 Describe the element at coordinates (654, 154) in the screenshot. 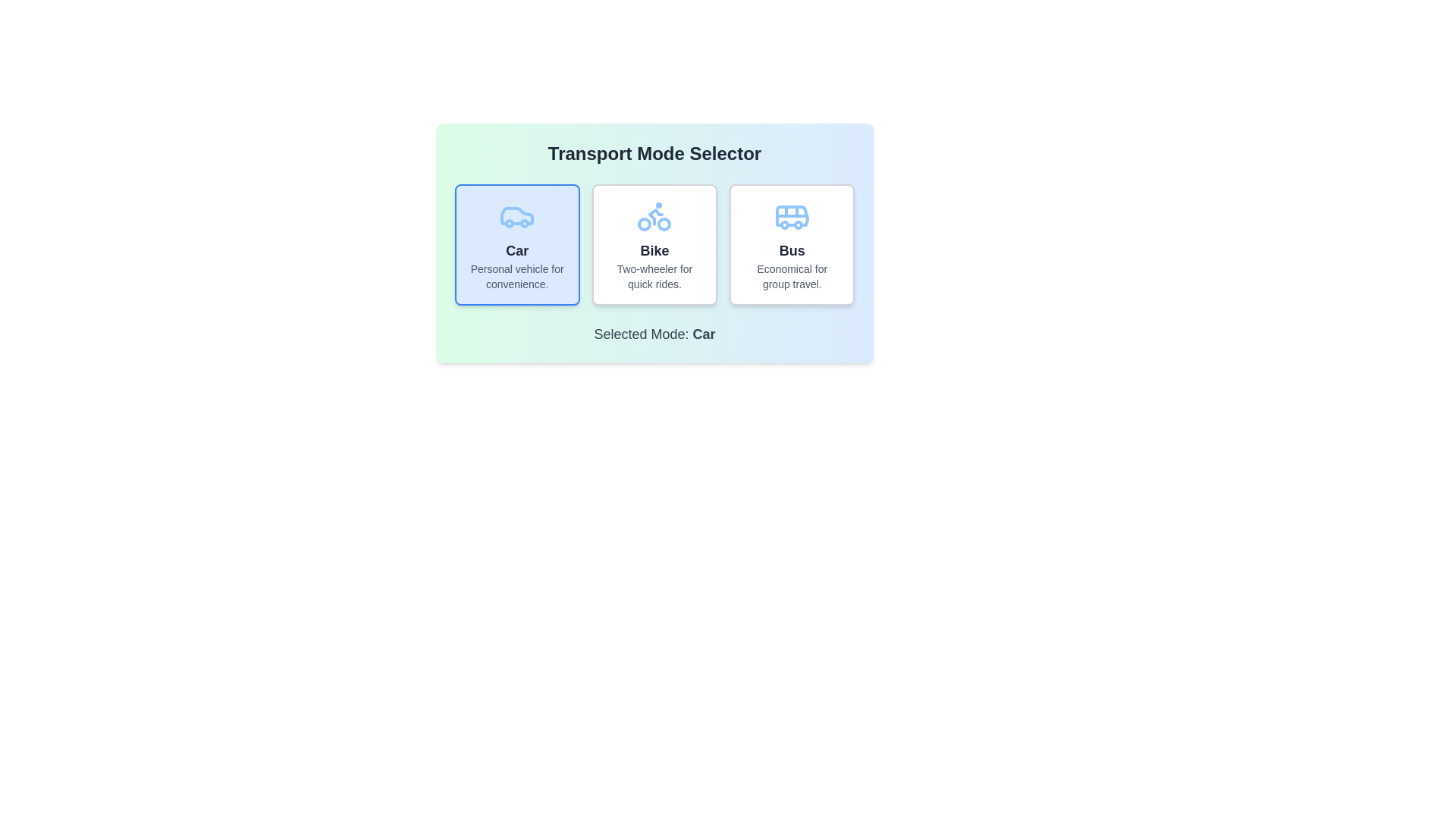

I see `the title text indicating the purpose of the section for selecting a mode of transport, positioned above the transport options grid` at that location.